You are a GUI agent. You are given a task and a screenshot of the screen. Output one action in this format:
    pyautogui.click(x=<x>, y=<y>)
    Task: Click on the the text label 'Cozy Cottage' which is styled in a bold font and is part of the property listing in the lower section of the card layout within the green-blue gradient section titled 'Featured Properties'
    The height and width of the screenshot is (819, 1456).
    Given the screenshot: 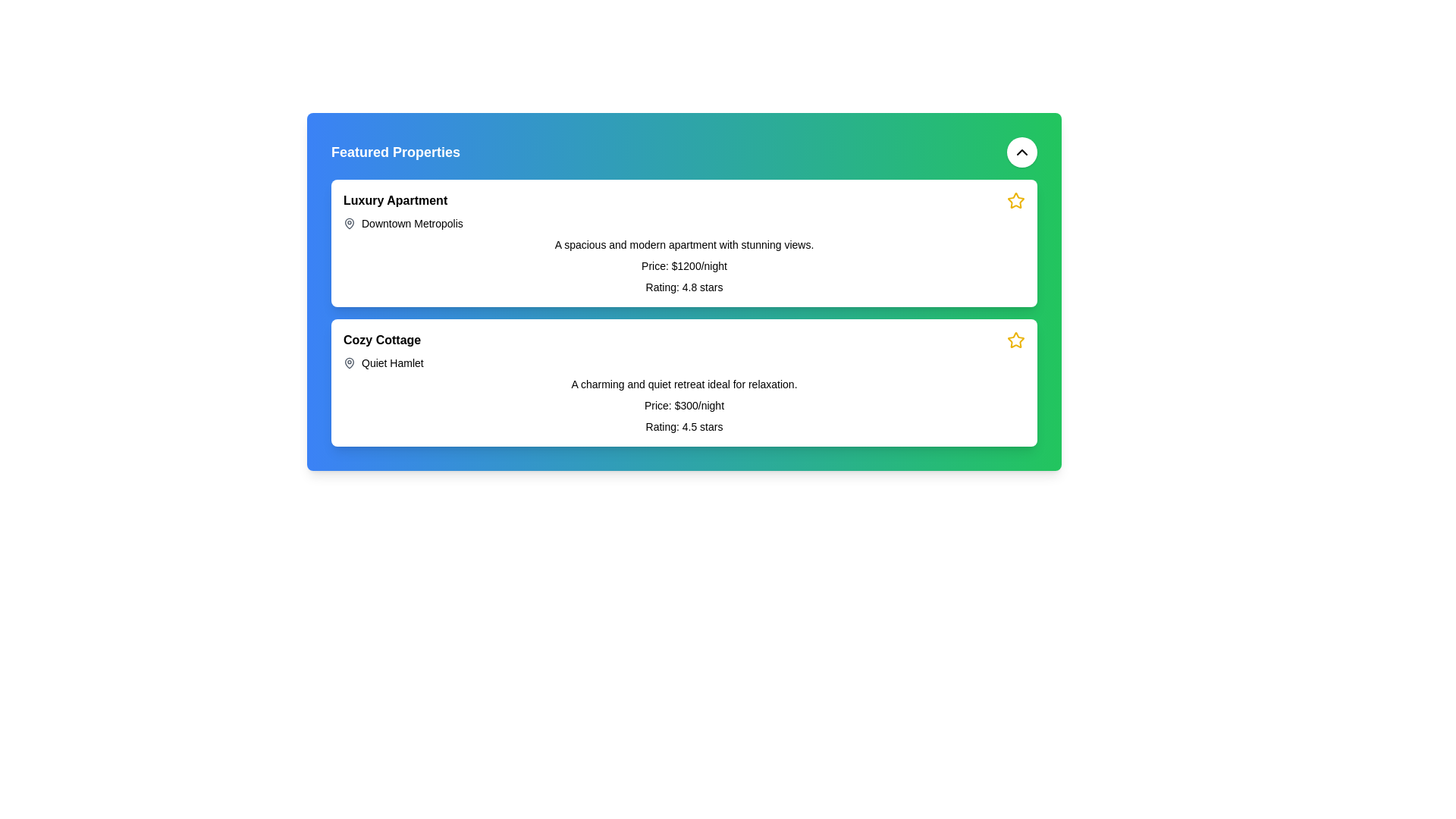 What is the action you would take?
    pyautogui.click(x=382, y=339)
    